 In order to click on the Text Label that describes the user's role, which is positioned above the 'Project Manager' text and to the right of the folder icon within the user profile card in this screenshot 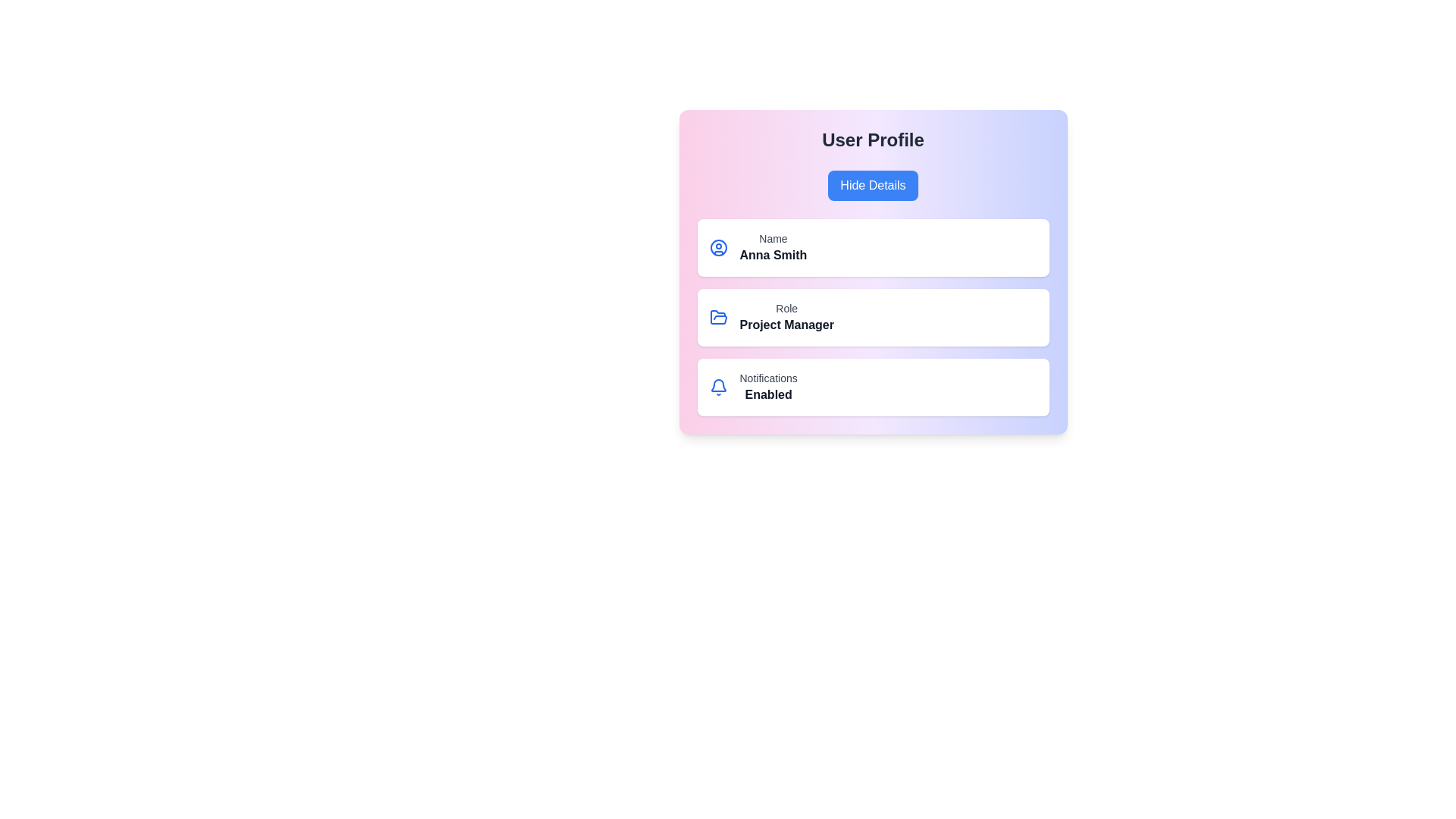, I will do `click(786, 308)`.